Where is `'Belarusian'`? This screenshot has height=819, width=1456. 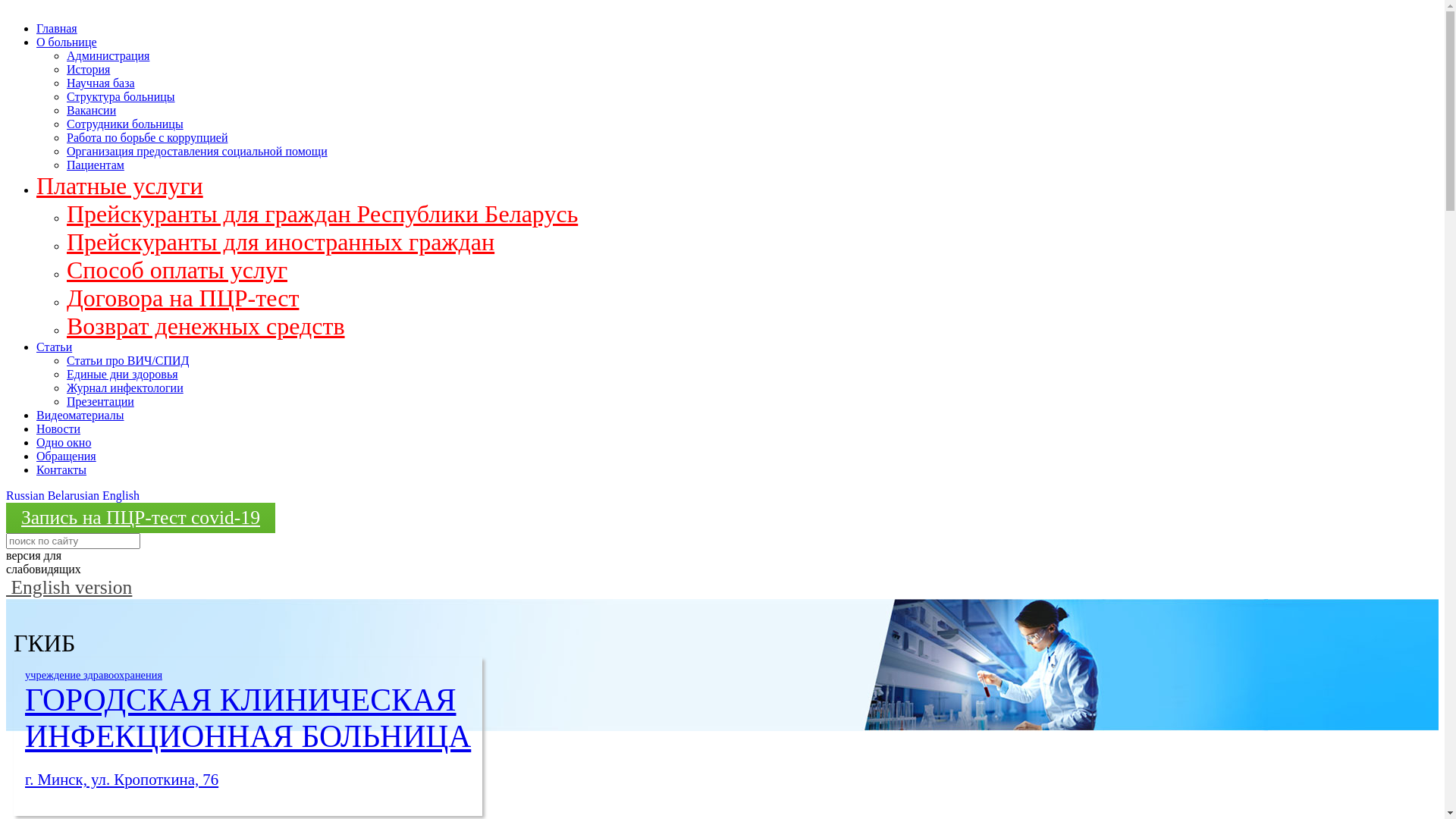
'Belarusian' is located at coordinates (72, 495).